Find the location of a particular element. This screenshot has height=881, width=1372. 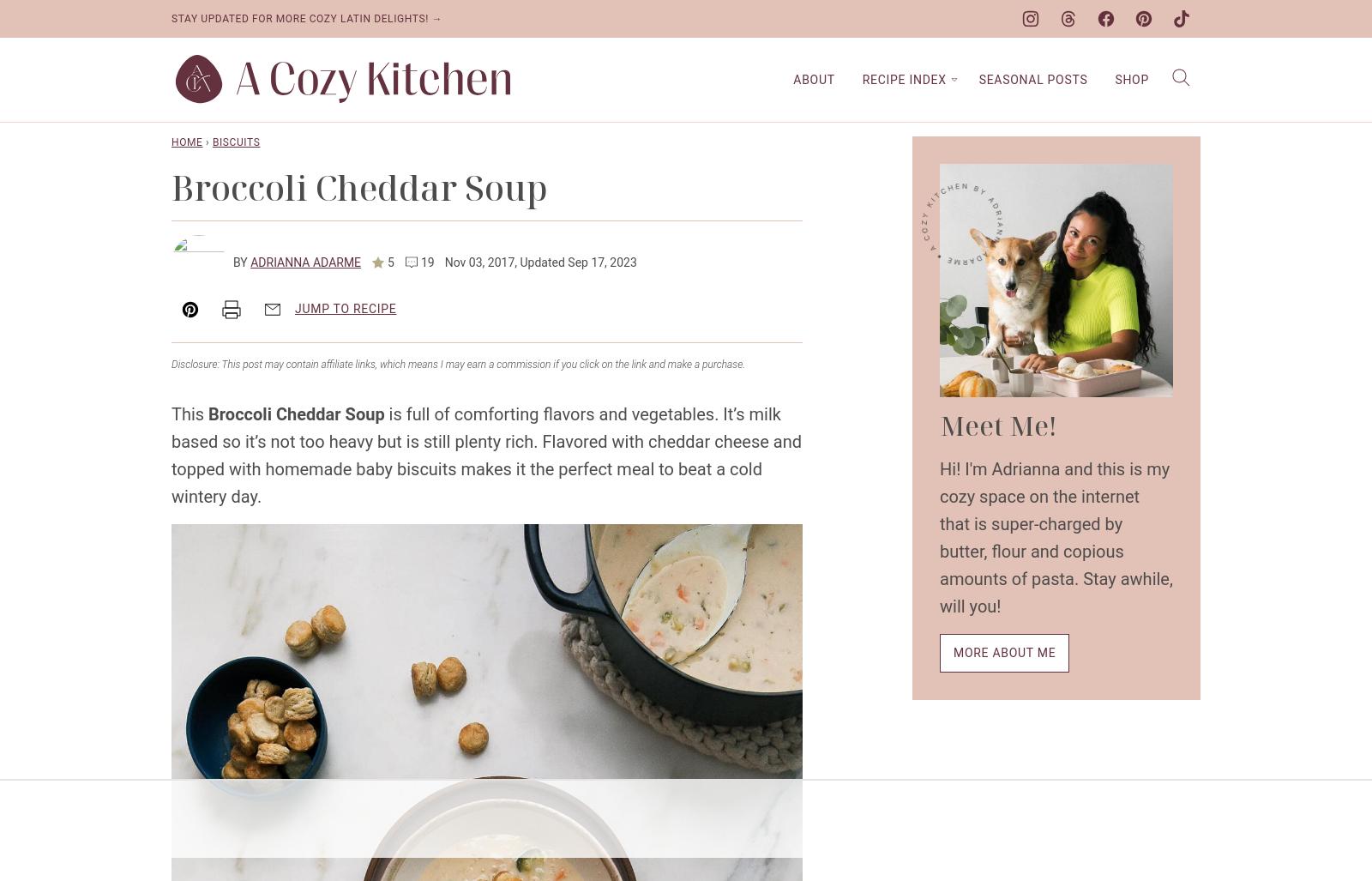

'Jump to Recipe' is located at coordinates (345, 308).